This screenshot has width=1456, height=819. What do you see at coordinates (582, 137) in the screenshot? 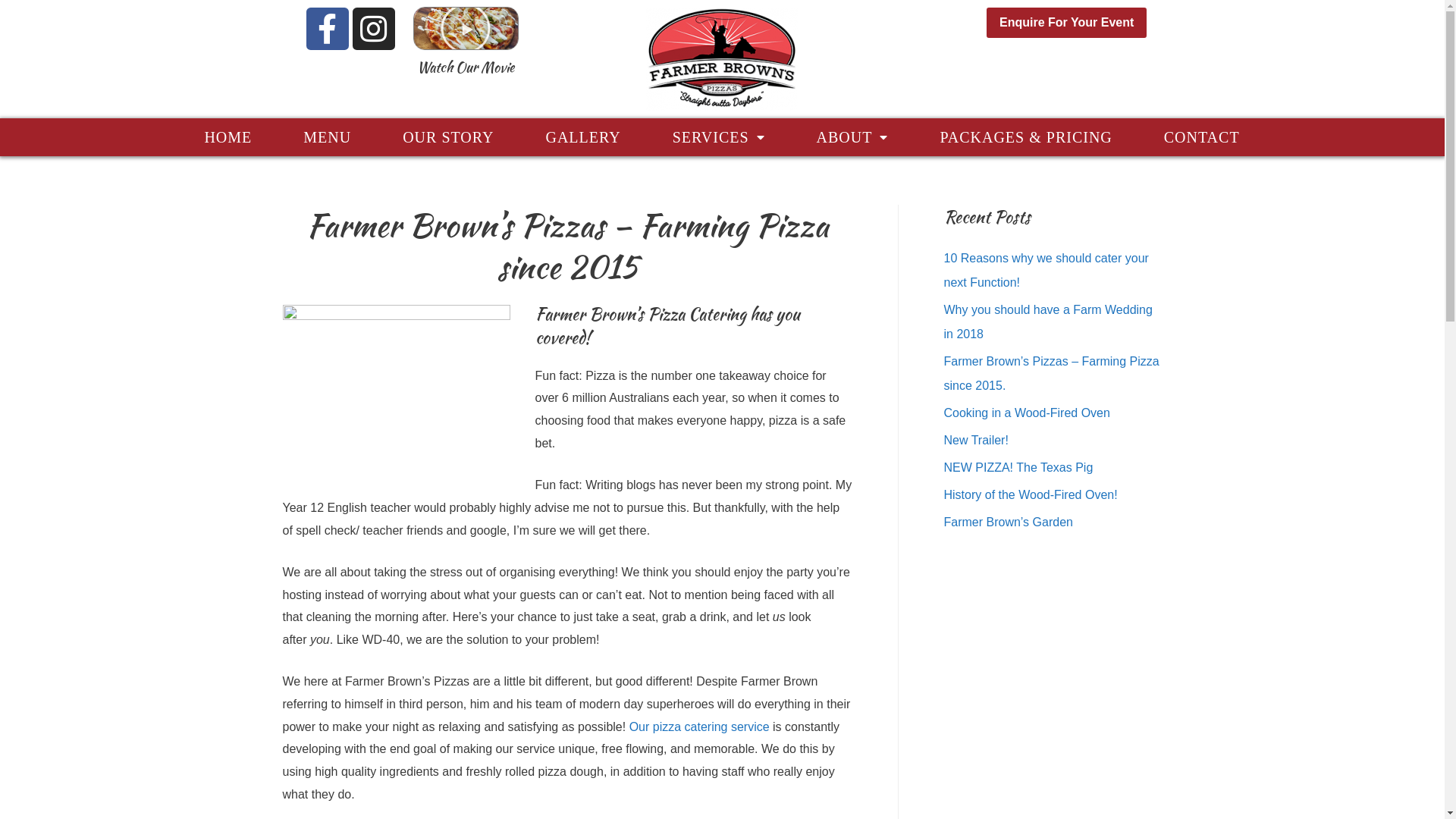
I see `'GALLERY'` at bounding box center [582, 137].